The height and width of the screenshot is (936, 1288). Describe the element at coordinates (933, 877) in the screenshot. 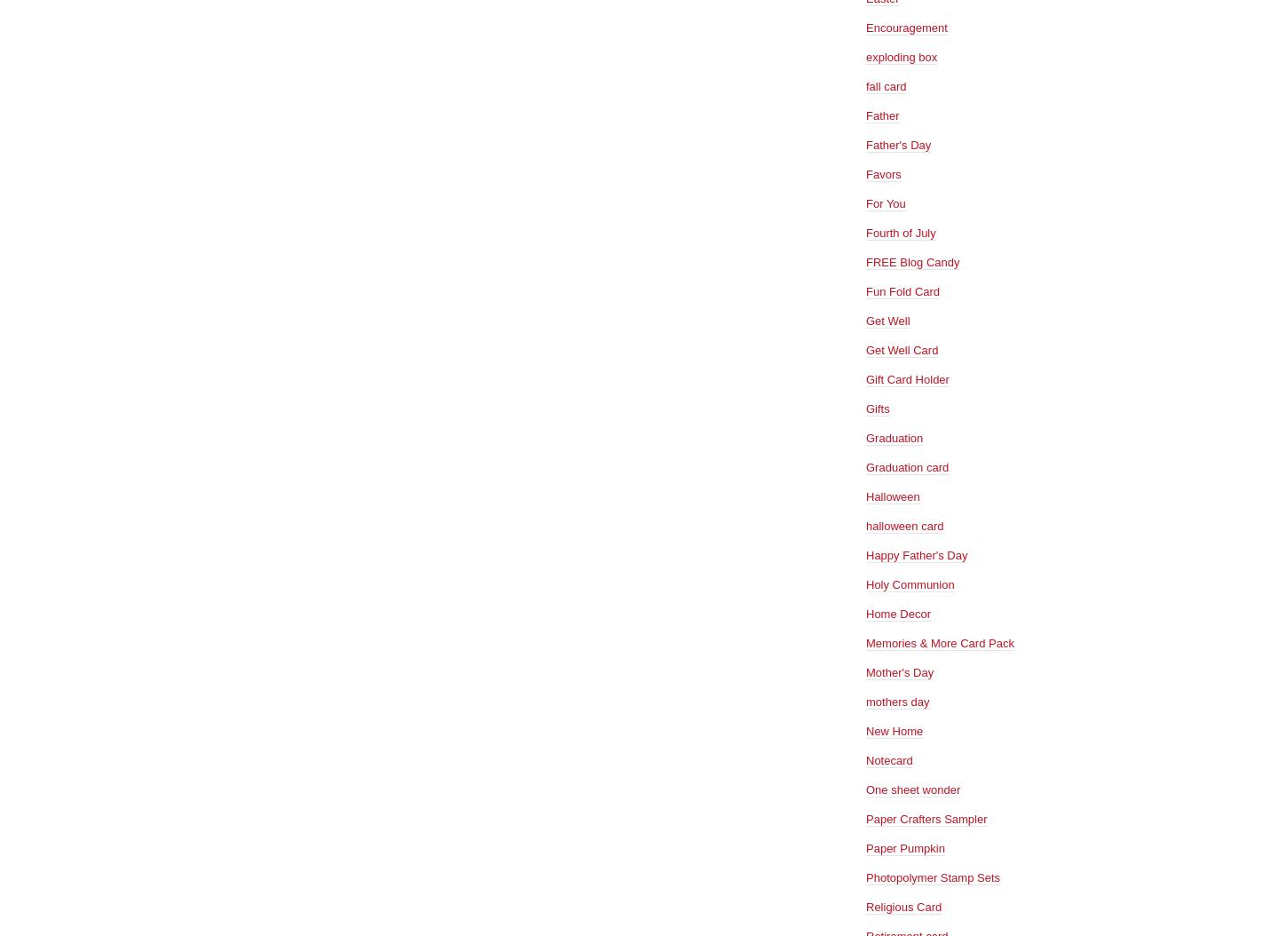

I see `'Photopolymer Stamp Sets'` at that location.